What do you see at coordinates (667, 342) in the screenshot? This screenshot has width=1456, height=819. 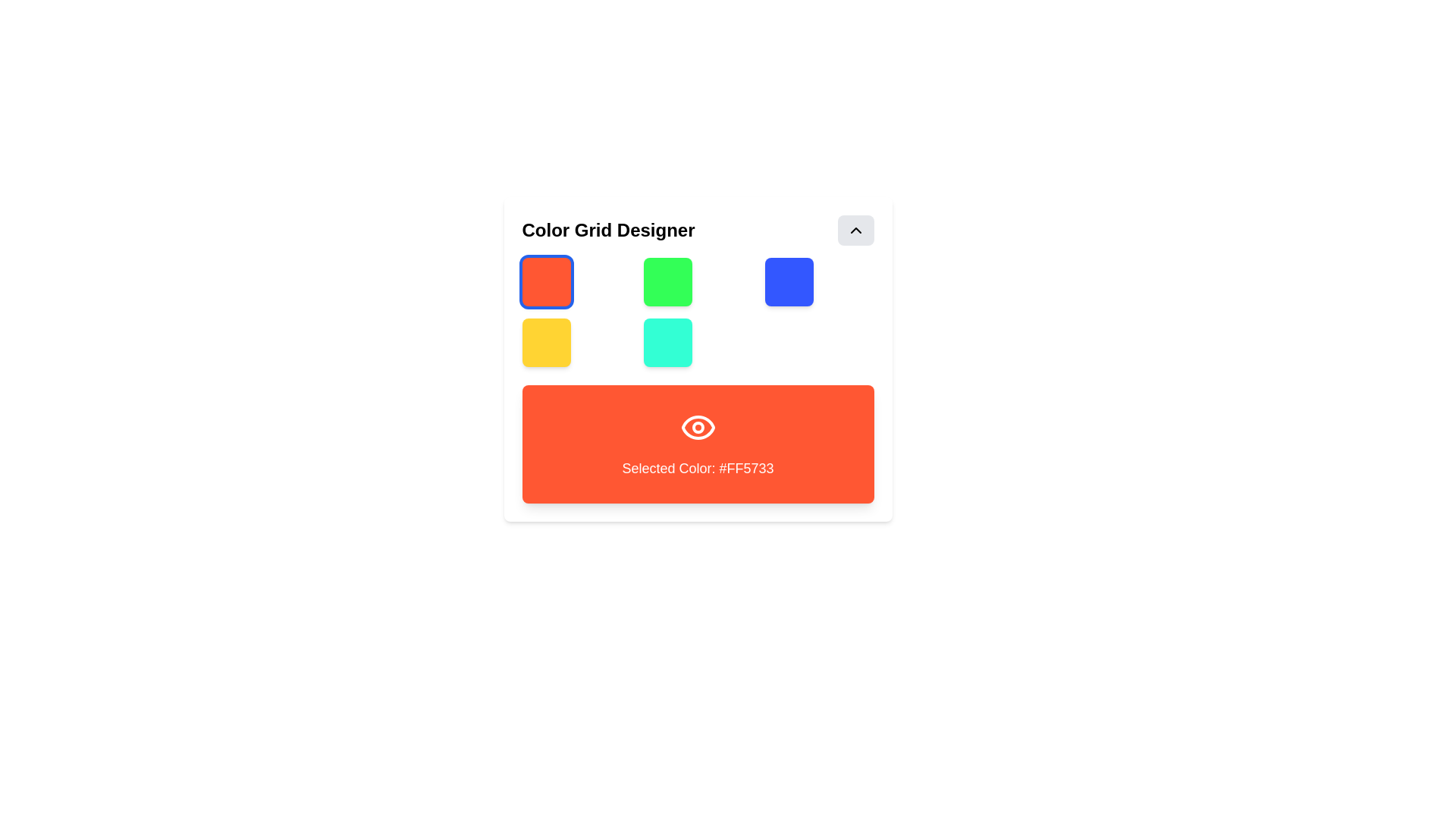 I see `the lower-center color-selectable box in the grid layout, which is used for choosing a color for design or customization` at bounding box center [667, 342].